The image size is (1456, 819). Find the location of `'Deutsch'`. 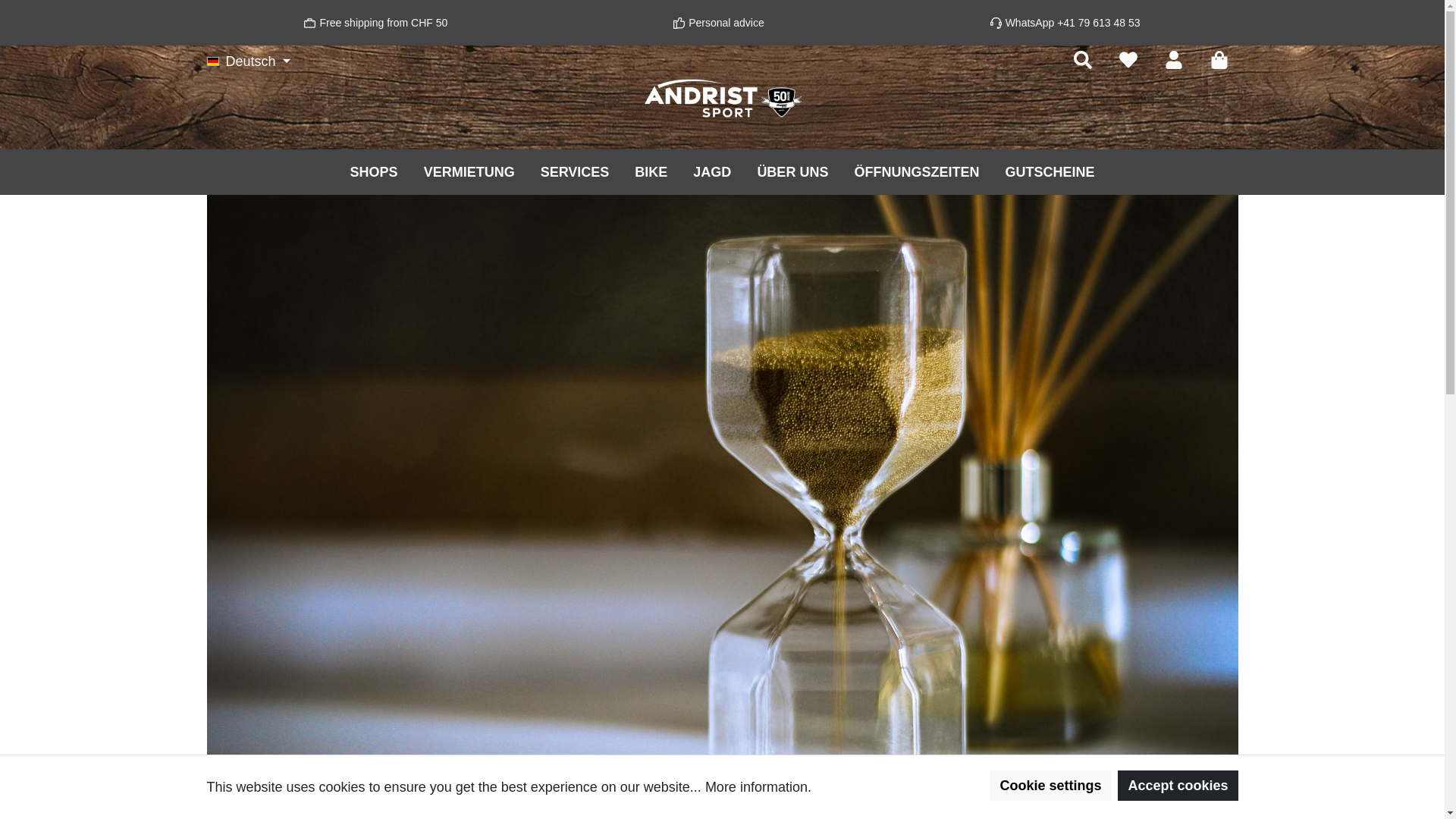

'Deutsch' is located at coordinates (248, 61).